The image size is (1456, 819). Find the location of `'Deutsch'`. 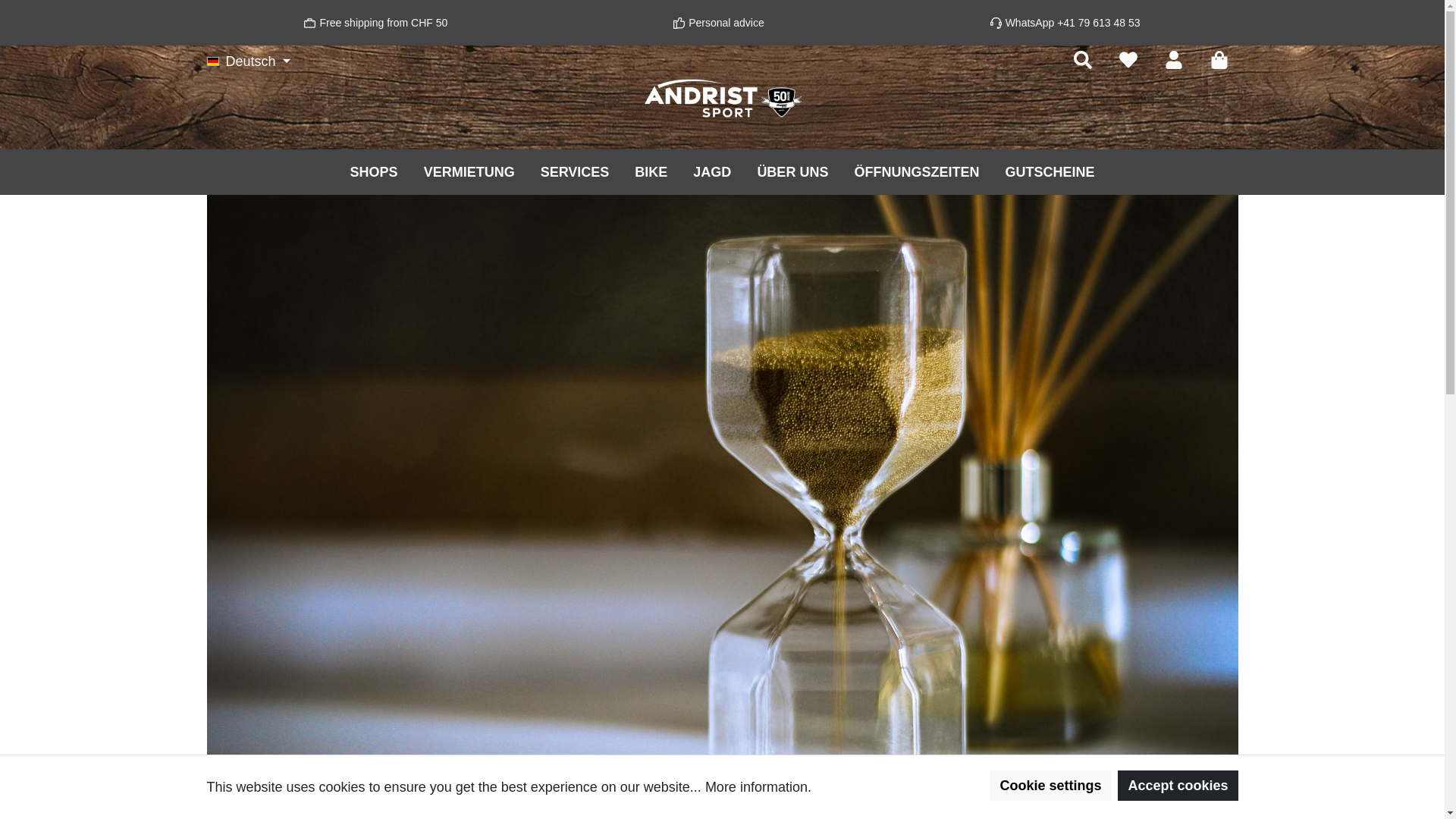

'Deutsch' is located at coordinates (248, 61).